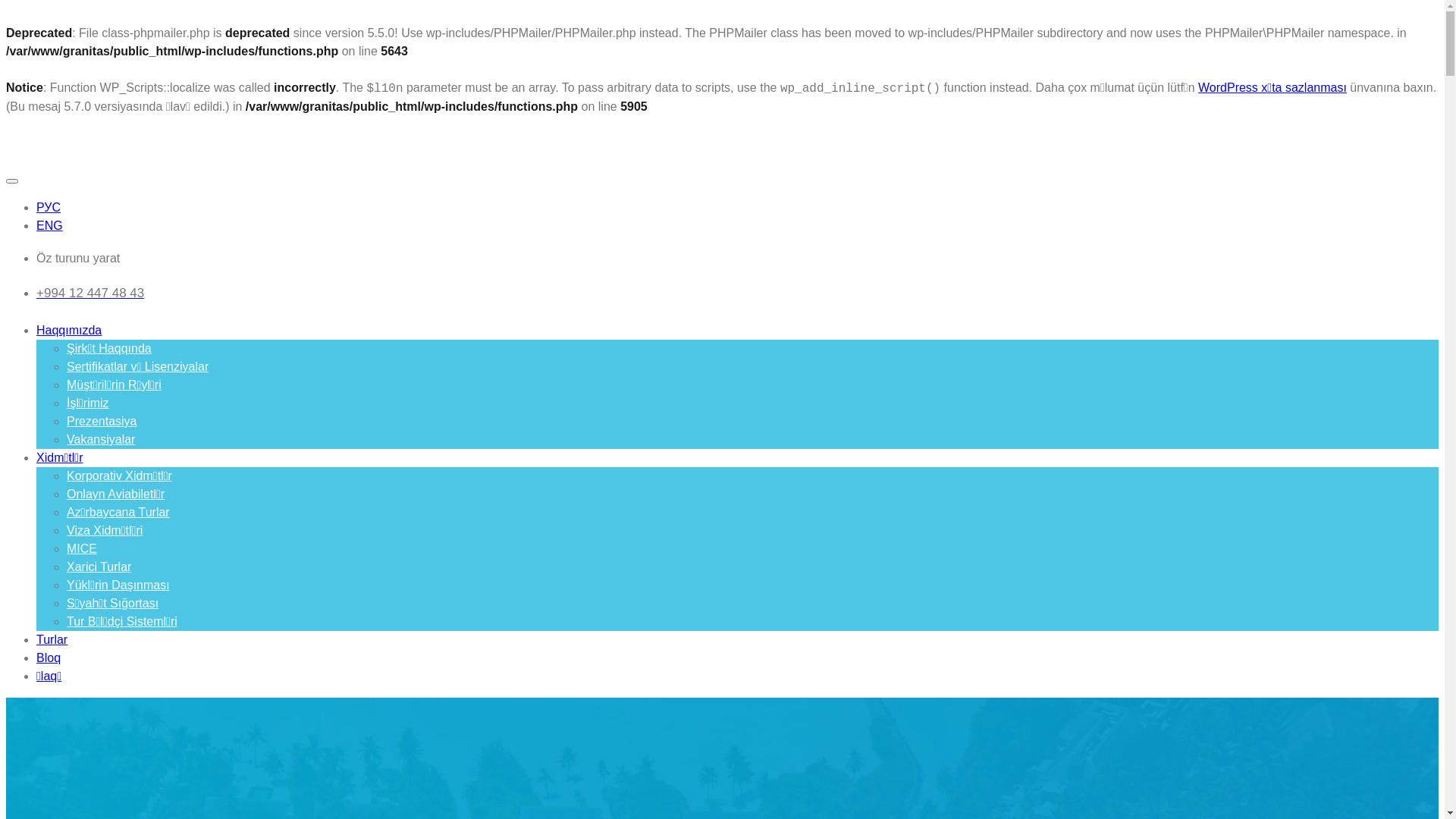  Describe the element at coordinates (36, 293) in the screenshot. I see `'+994 12 447 48 43'` at that location.